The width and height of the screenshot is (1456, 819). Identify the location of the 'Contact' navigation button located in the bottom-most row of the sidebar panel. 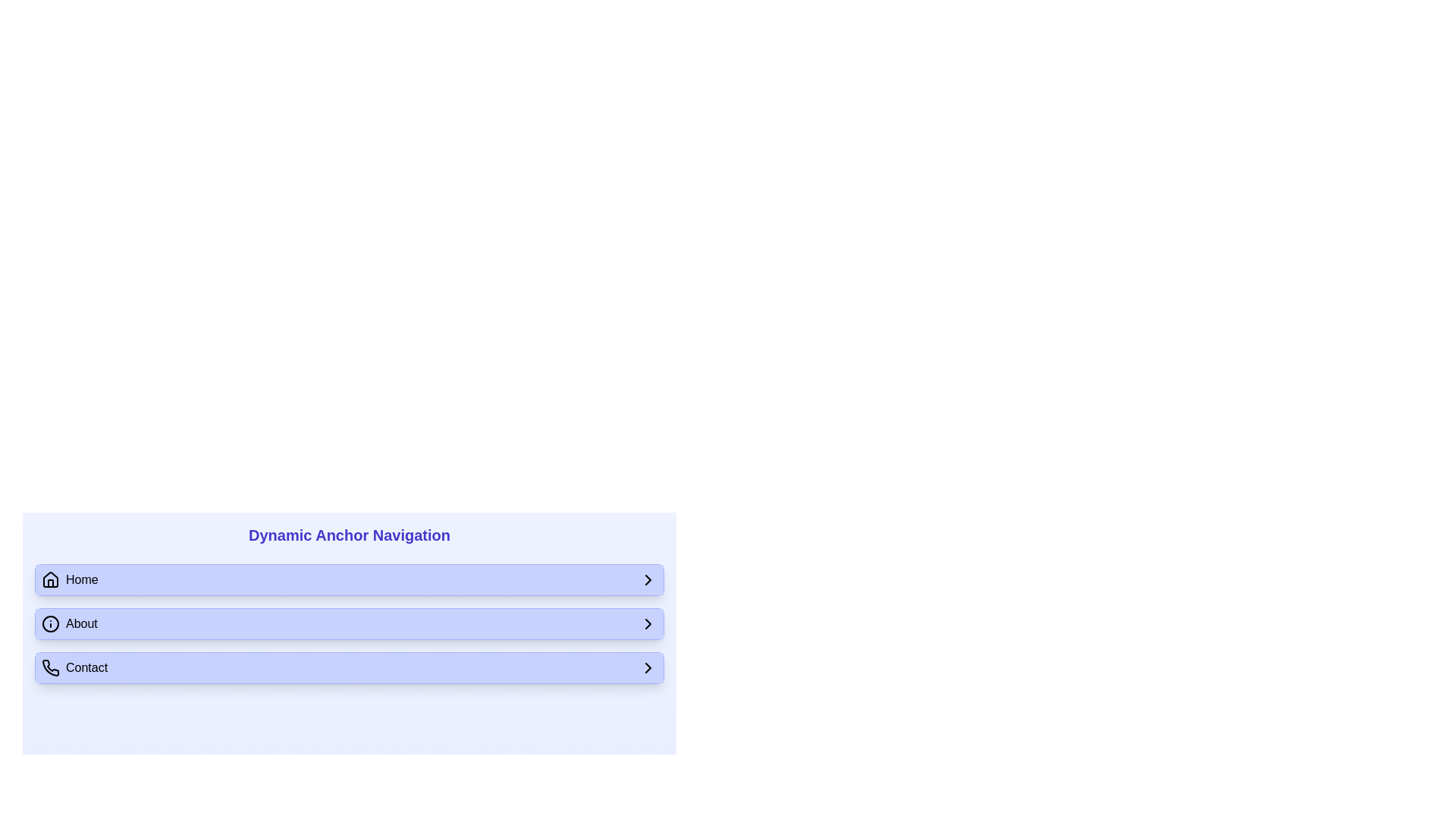
(74, 667).